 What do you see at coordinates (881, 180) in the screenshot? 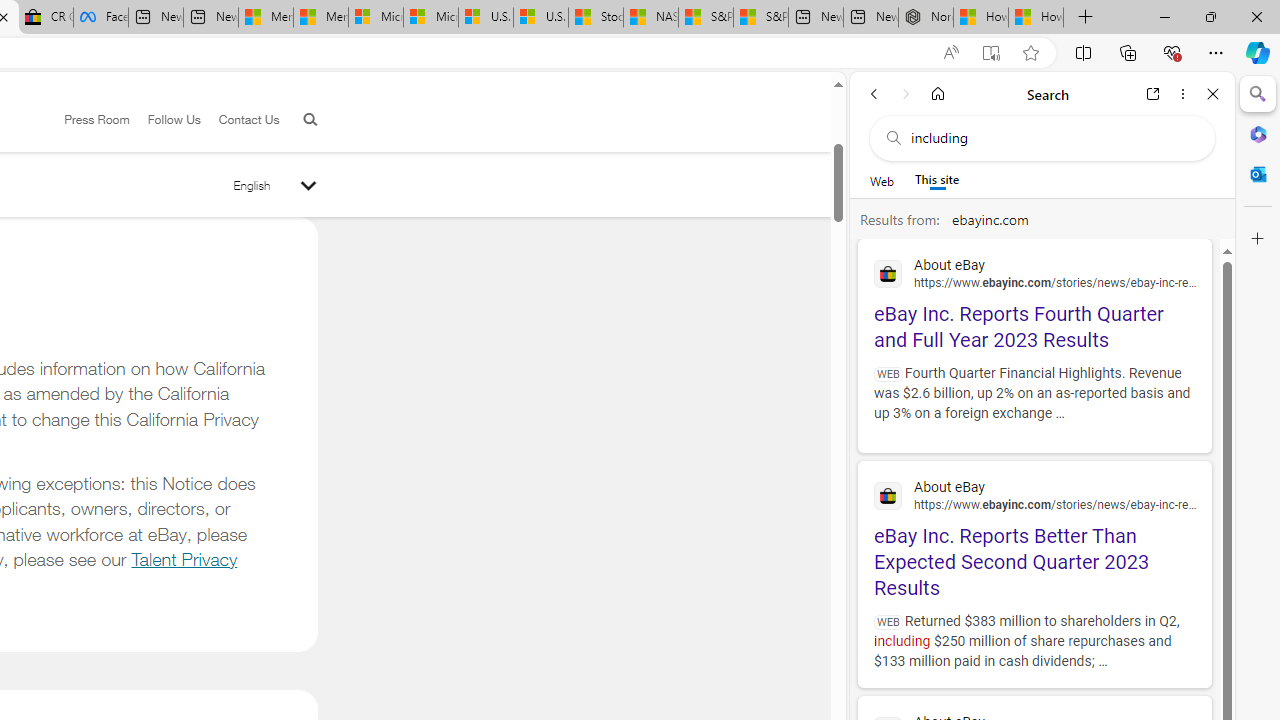
I see `'Web scope'` at bounding box center [881, 180].